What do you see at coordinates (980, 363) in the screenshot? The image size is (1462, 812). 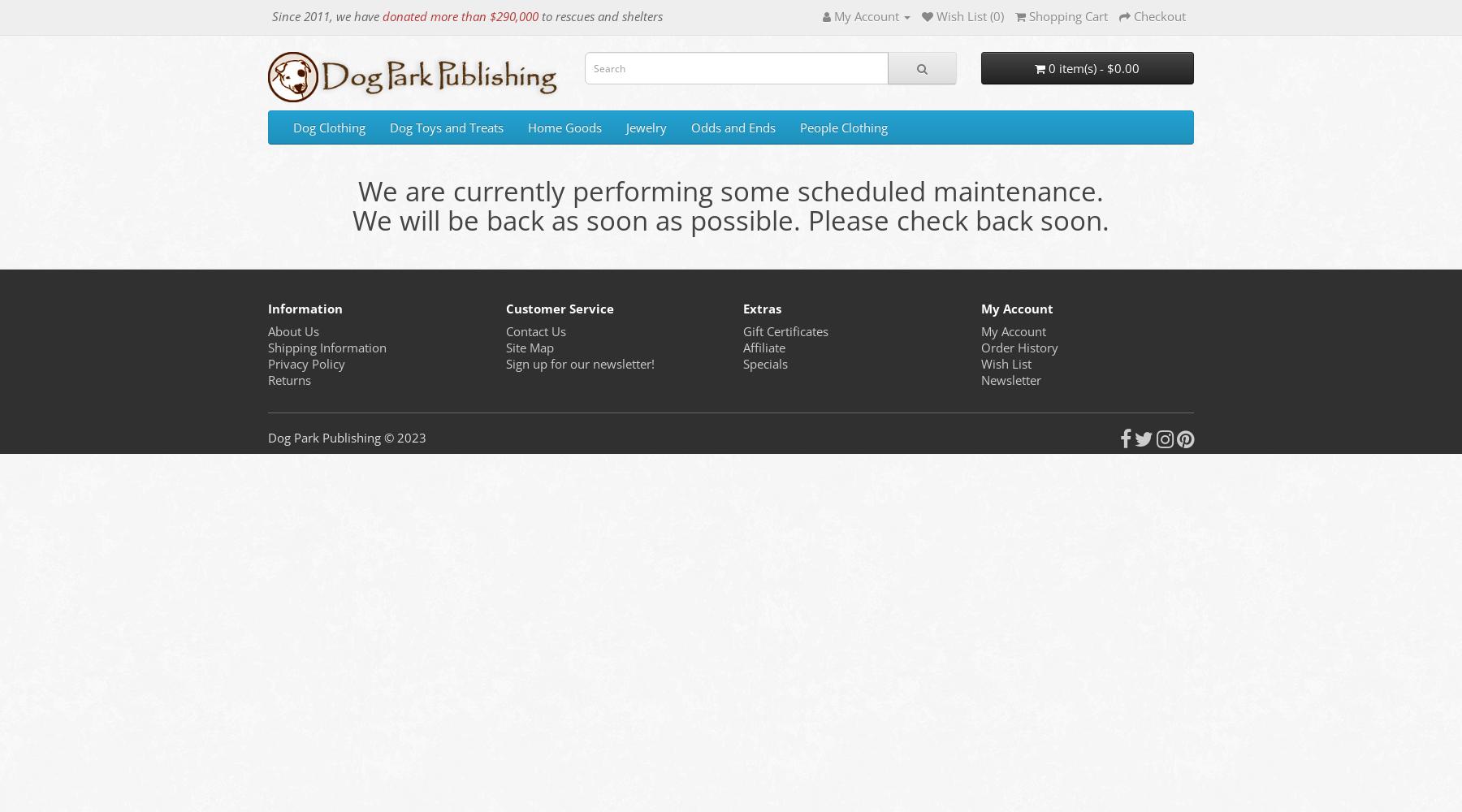 I see `'Wish List'` at bounding box center [980, 363].